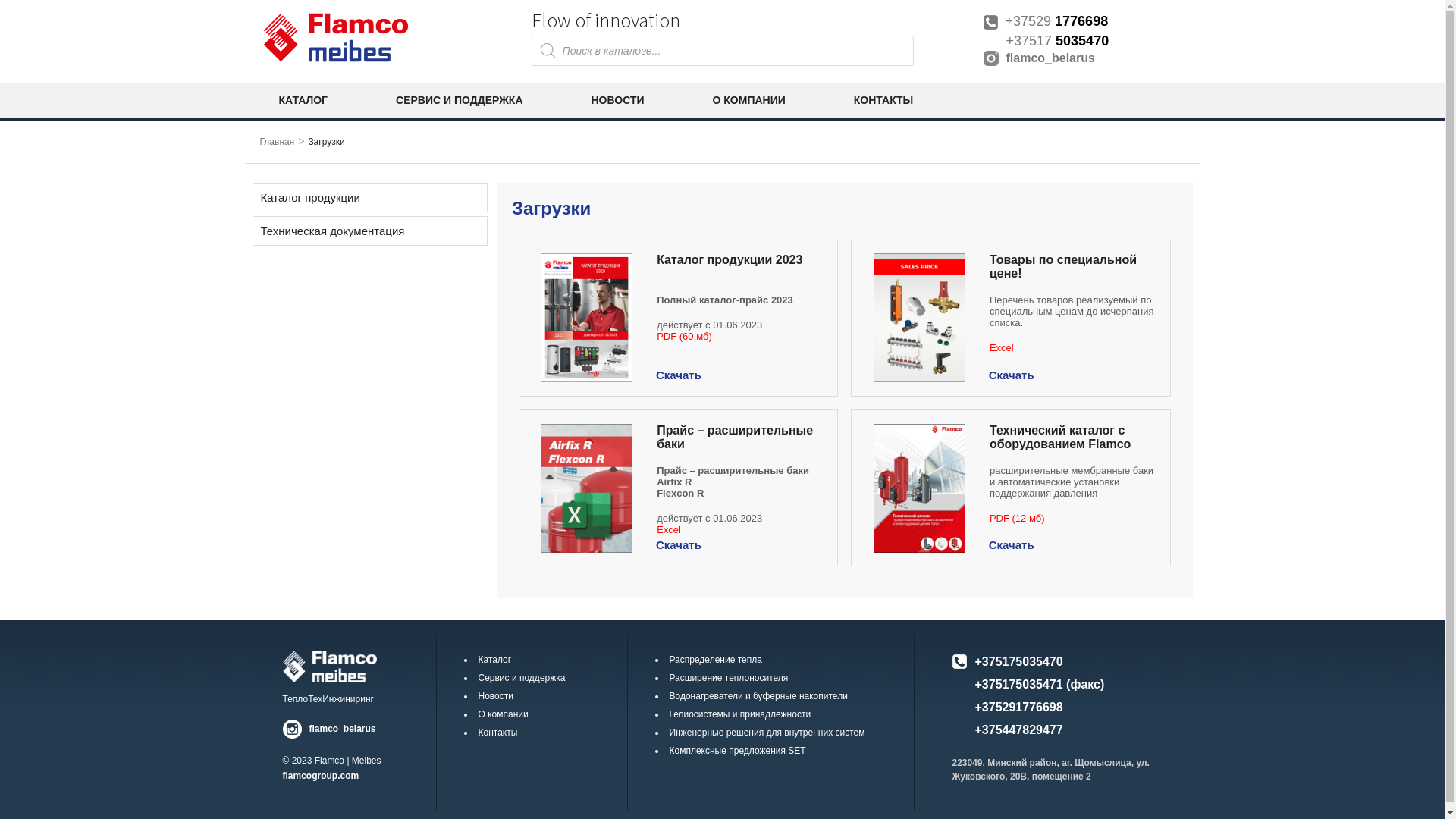 The width and height of the screenshot is (1456, 819). Describe the element at coordinates (1019, 661) in the screenshot. I see `'+375175035470'` at that location.